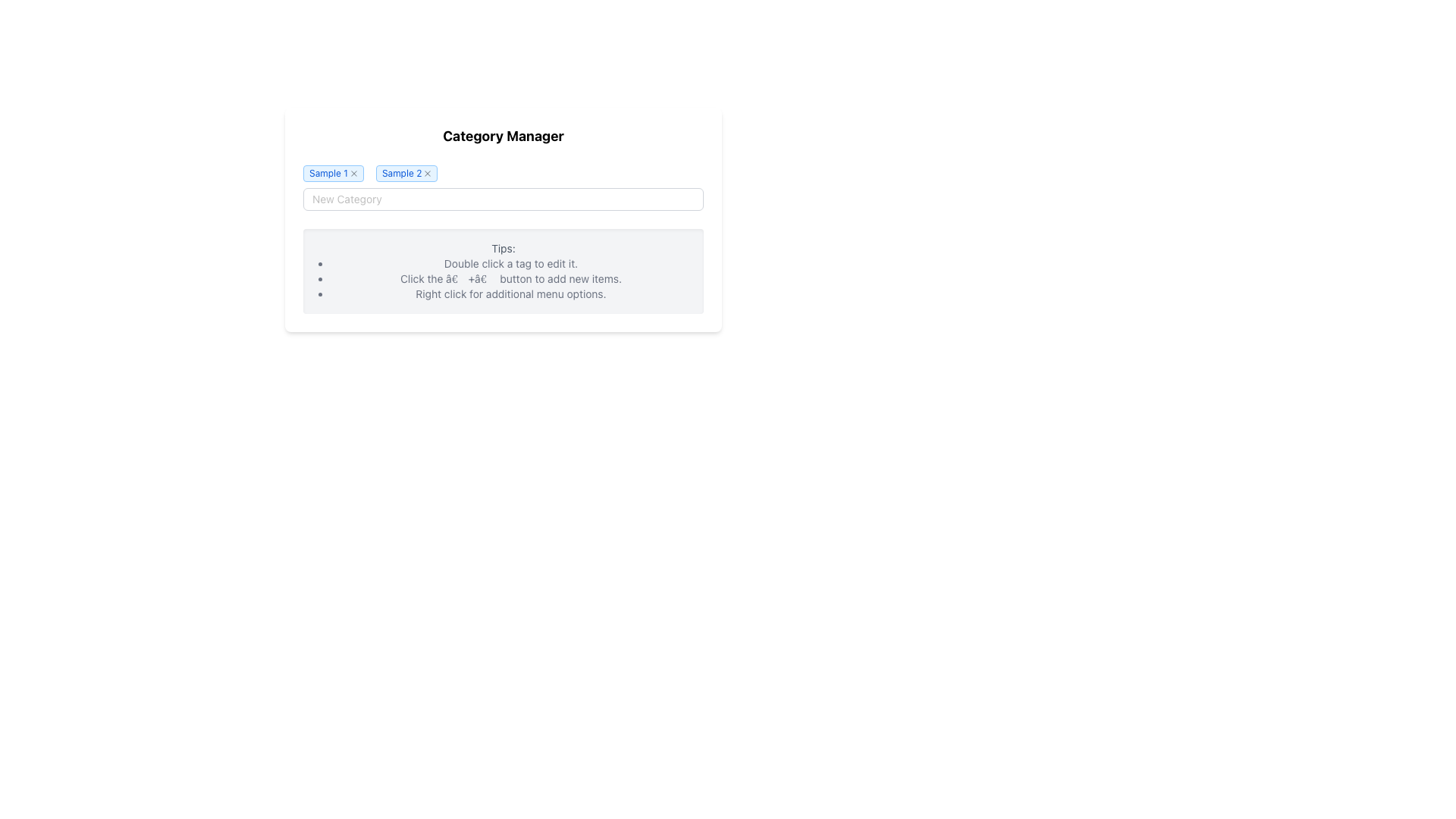 The height and width of the screenshot is (819, 1456). What do you see at coordinates (510, 294) in the screenshot?
I see `the static text label that provides hints about additional menu options, located beneath the title 'Tips' and above lower elements` at bounding box center [510, 294].